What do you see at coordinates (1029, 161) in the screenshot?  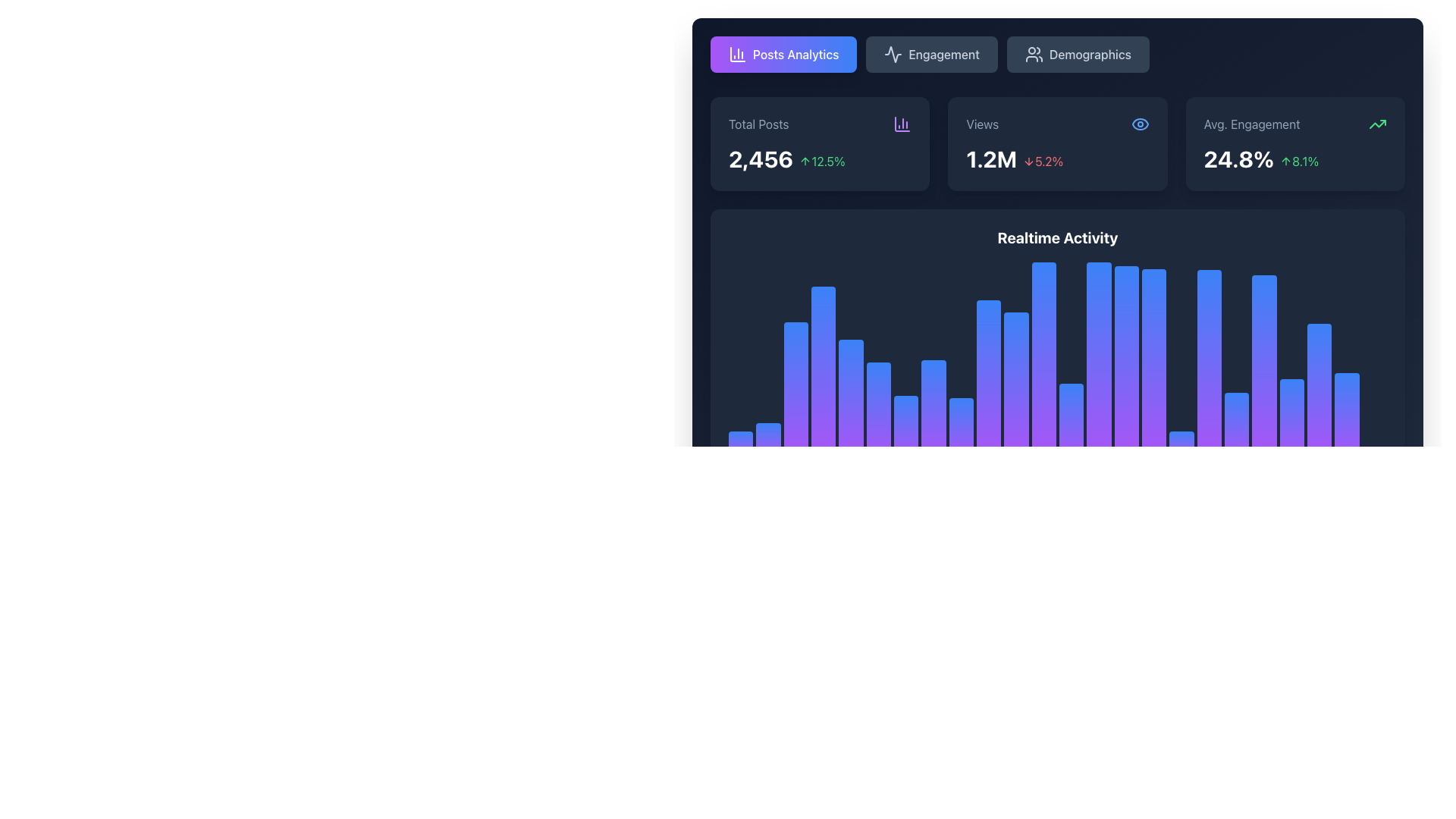 I see `the icon indicating a decrease or downward trend, located under the 'Views' label and next to the '1.2M' display and '5.2%' text` at bounding box center [1029, 161].